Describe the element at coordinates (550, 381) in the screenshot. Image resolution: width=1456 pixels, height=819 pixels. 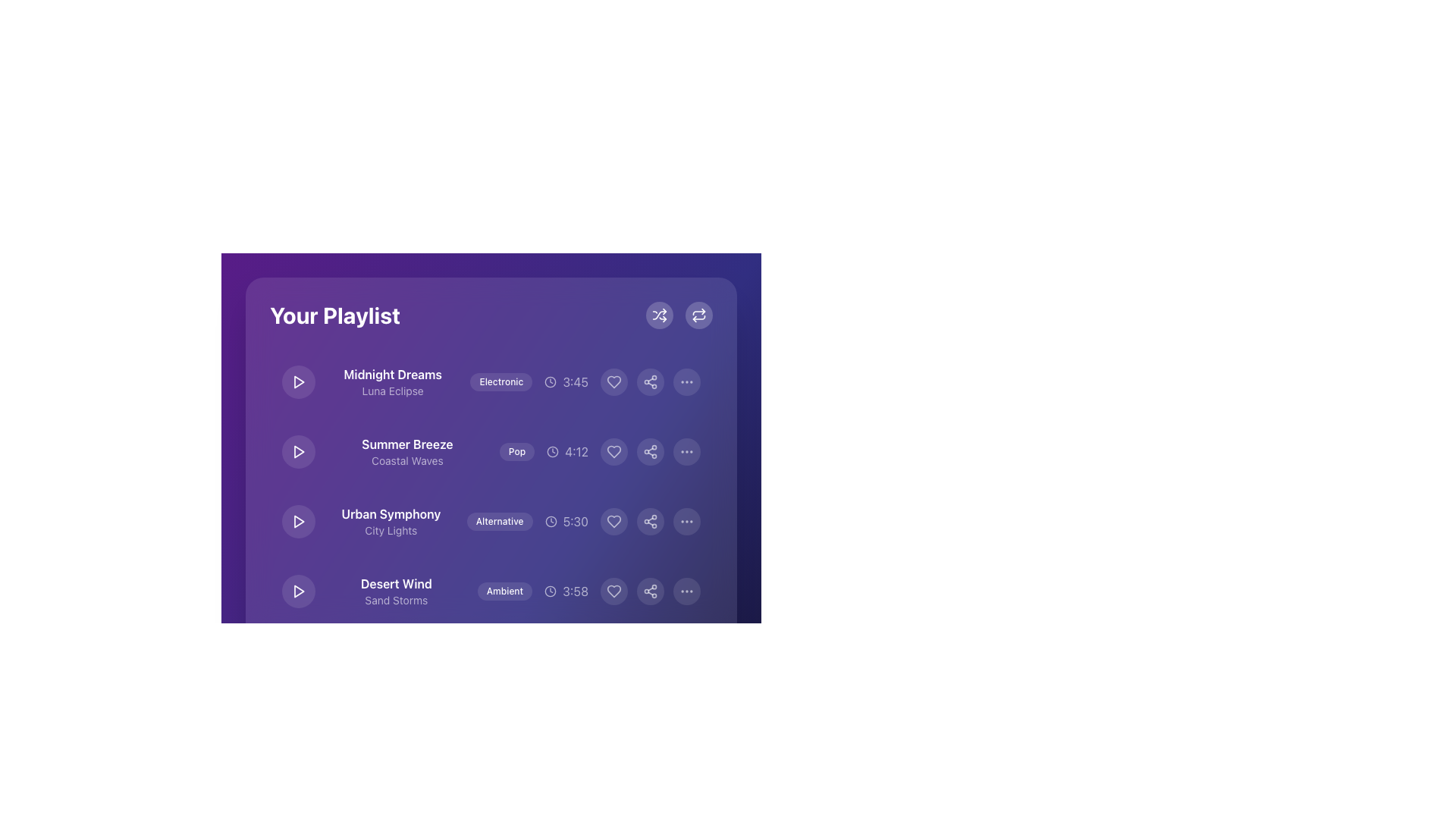
I see `the circular clock icon representing time-related functionality located in the first row of the 'Midnight Dreams' song playlist, positioned to the right of the 'Electronic' genre tag and before the song duration '3:45'` at that location.